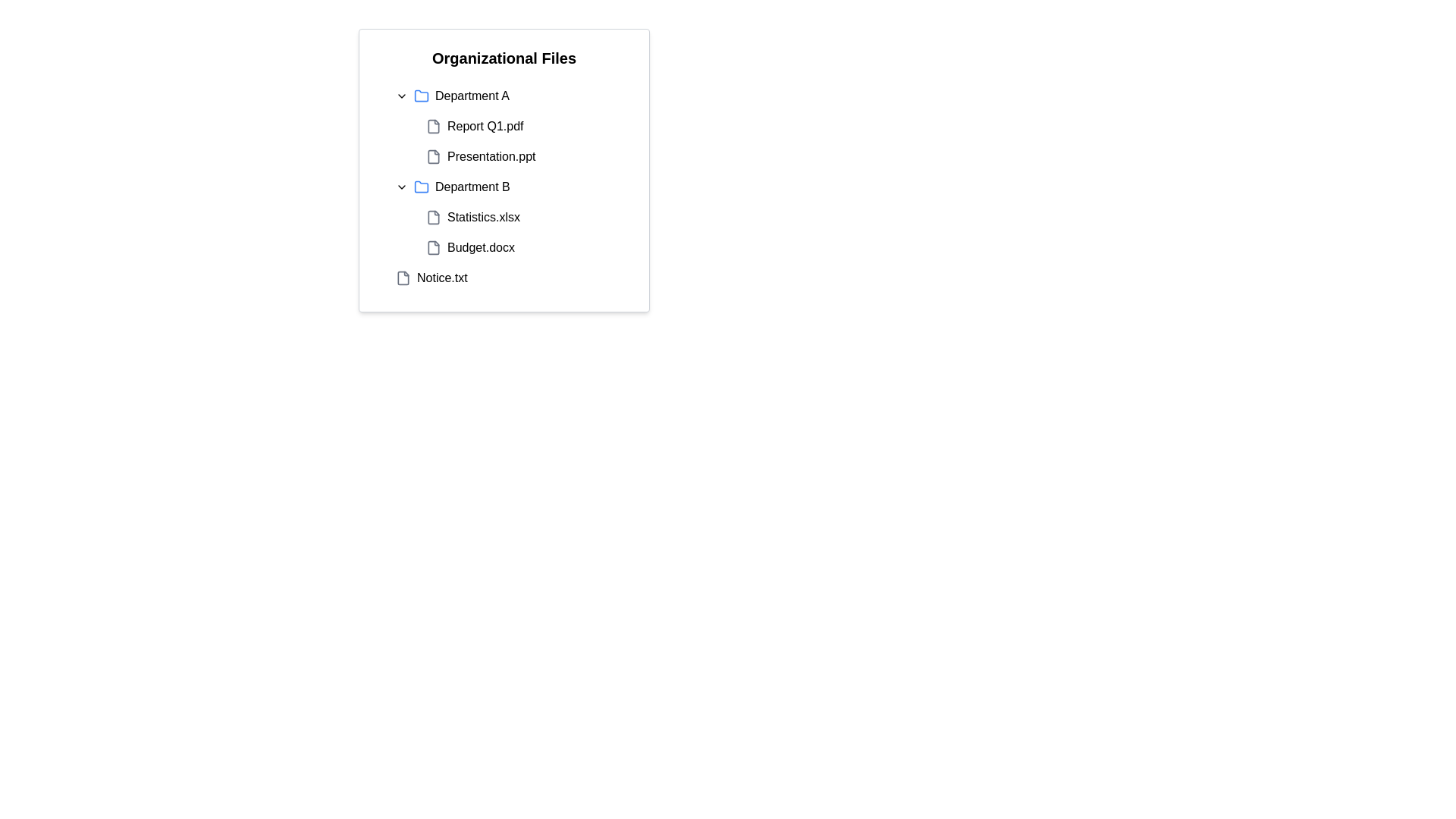  I want to click on the clickable text label 'Notice.txt' with the associated document icon, so click(431, 278).